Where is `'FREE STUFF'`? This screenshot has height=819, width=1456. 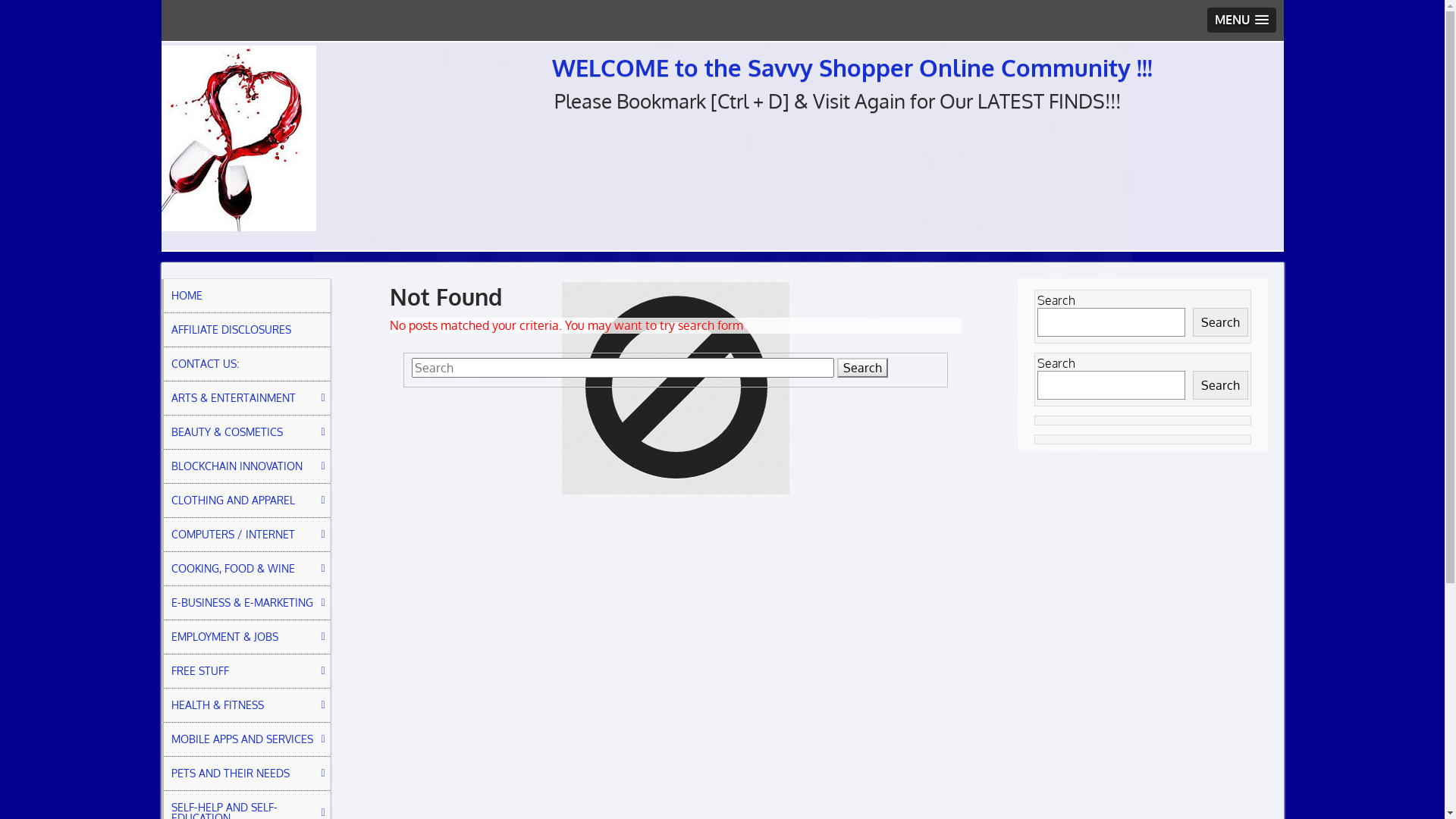
'FREE STUFF' is located at coordinates (160, 670).